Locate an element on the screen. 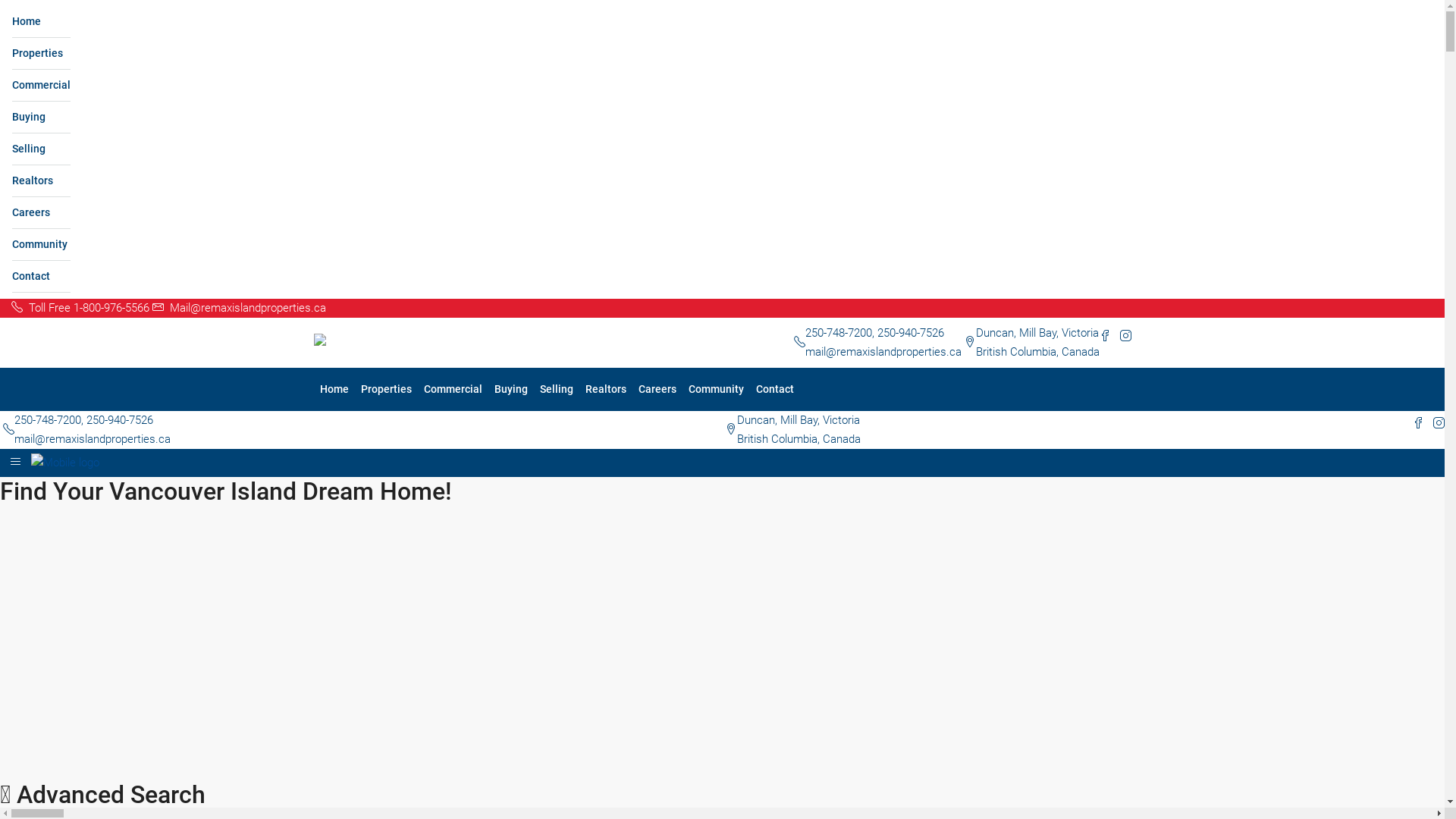  'Toll Free 1-800-976-5566' is located at coordinates (11, 307).